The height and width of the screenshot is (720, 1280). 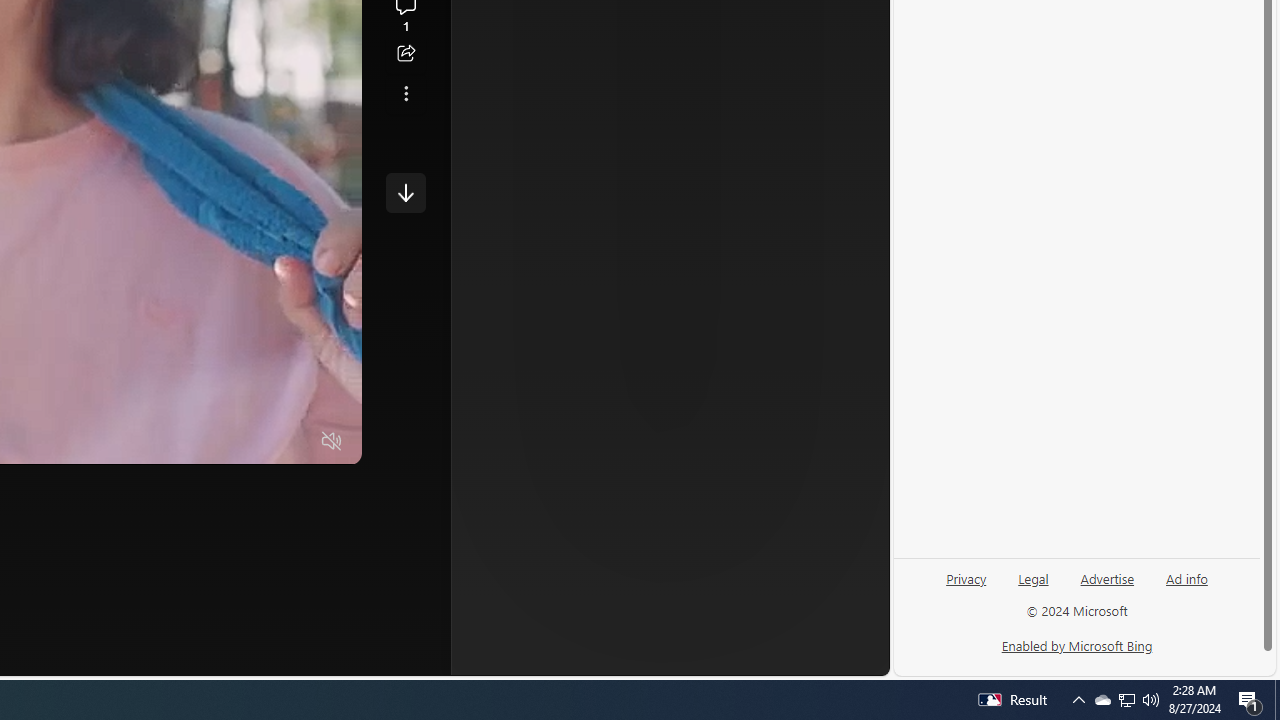 I want to click on 'Unmute', so click(x=332, y=441).